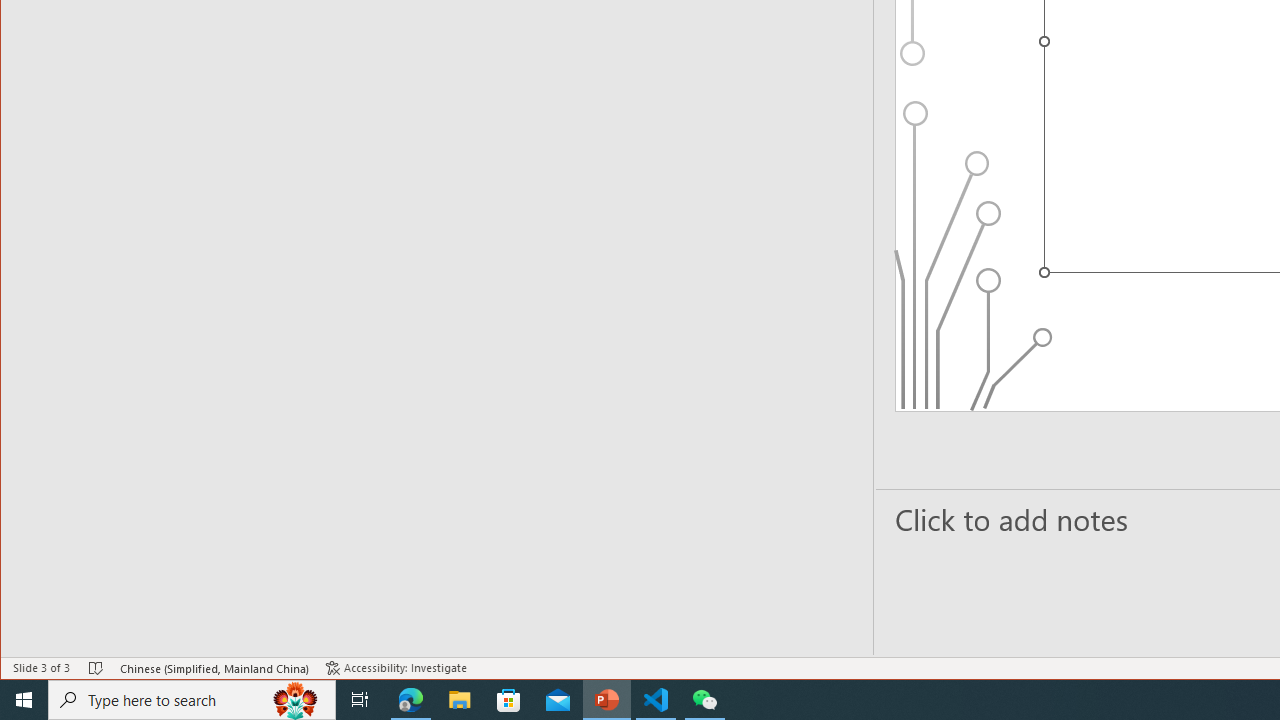  Describe the element at coordinates (95, 668) in the screenshot. I see `'Spell Check No Errors'` at that location.